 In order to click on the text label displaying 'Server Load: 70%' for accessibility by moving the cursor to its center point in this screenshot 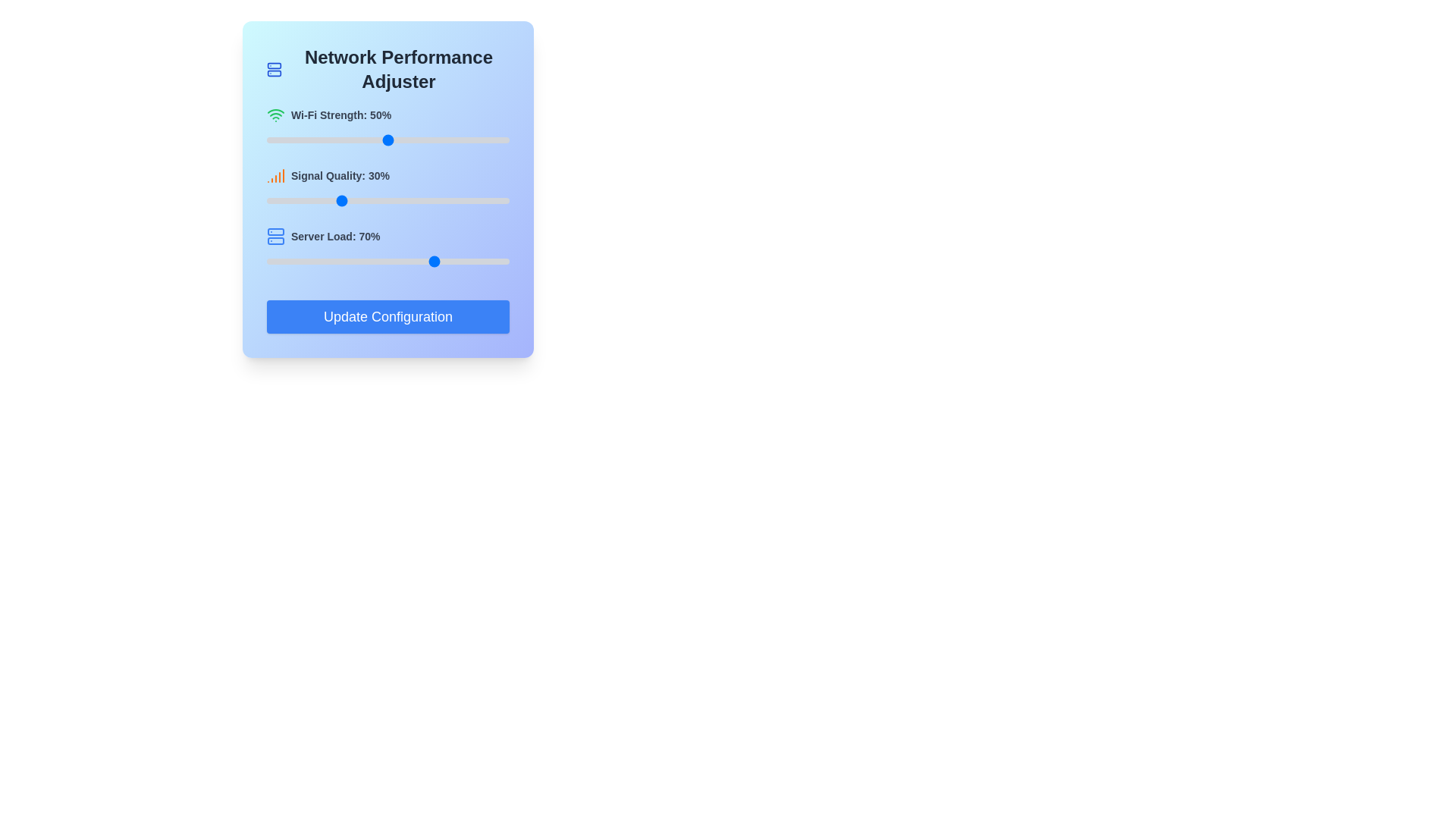, I will do `click(388, 237)`.